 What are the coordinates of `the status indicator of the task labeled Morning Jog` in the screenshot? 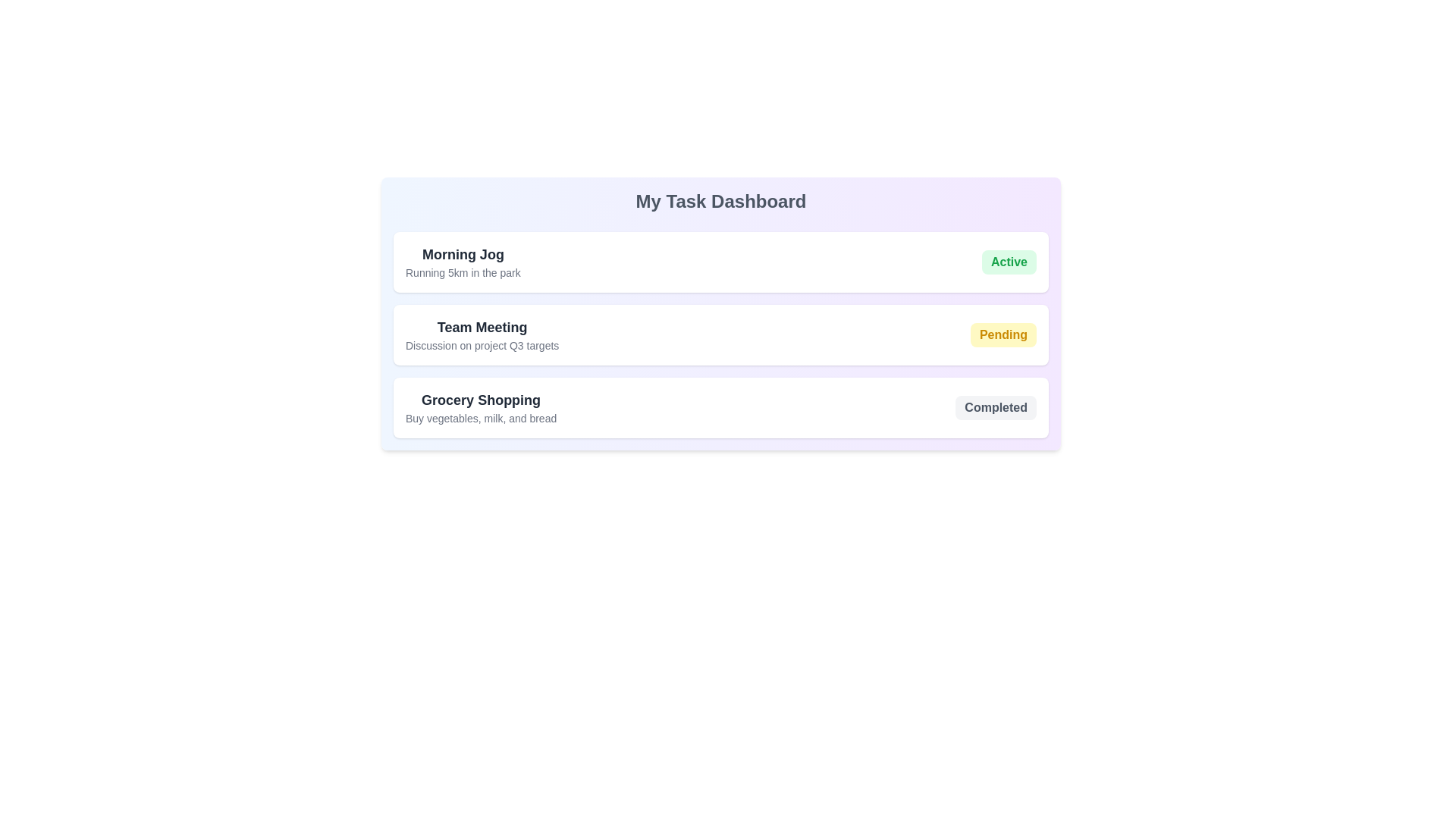 It's located at (1009, 262).